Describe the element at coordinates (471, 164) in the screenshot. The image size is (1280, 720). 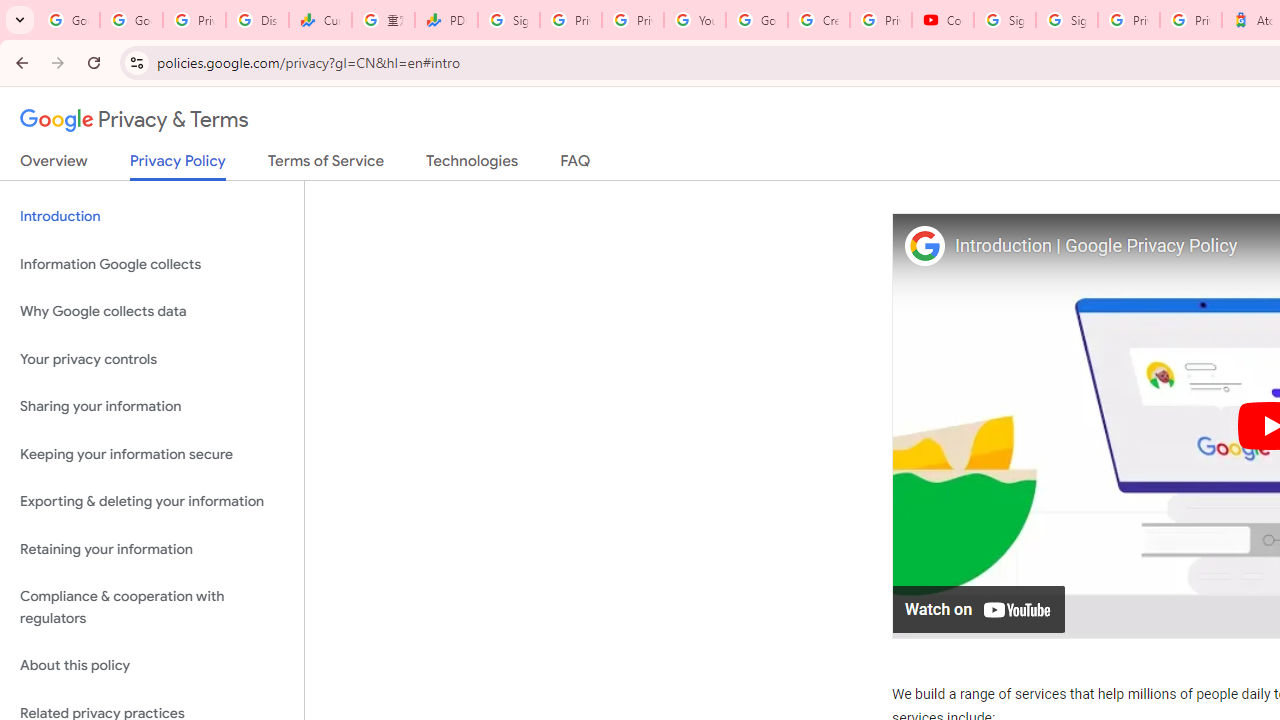
I see `'Technologies'` at that location.